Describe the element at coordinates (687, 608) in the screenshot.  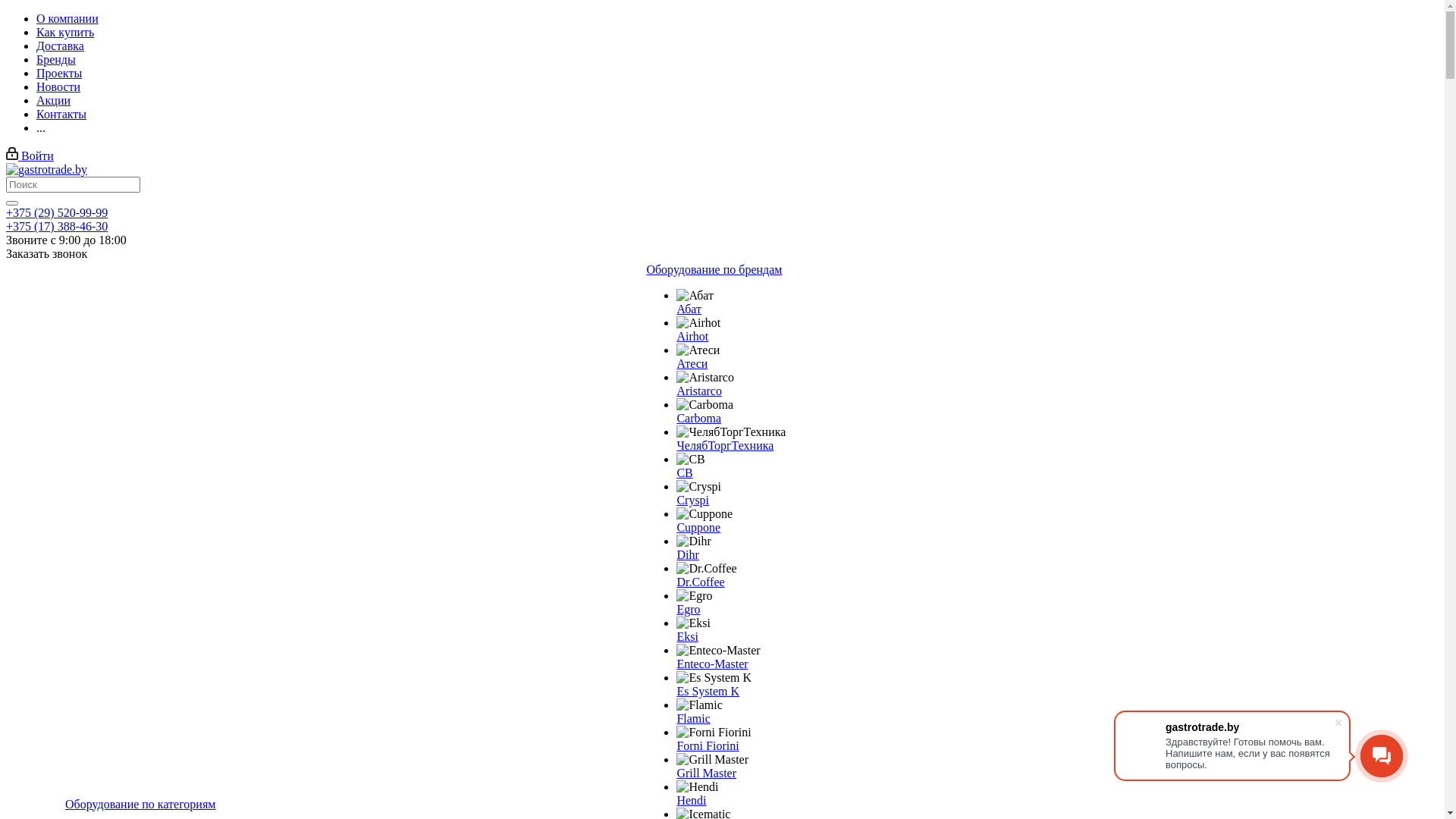
I see `'Egro'` at that location.